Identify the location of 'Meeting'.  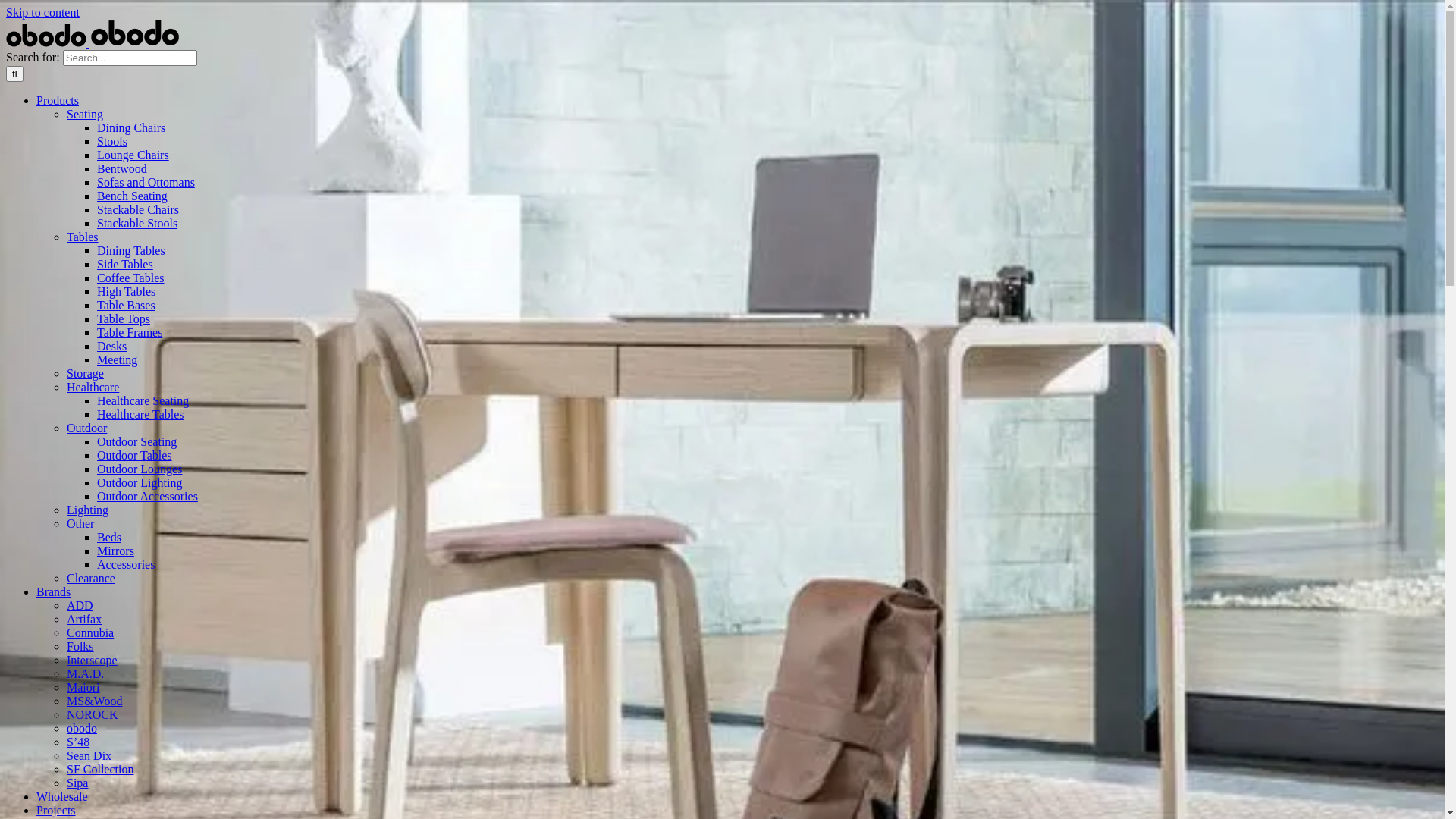
(116, 359).